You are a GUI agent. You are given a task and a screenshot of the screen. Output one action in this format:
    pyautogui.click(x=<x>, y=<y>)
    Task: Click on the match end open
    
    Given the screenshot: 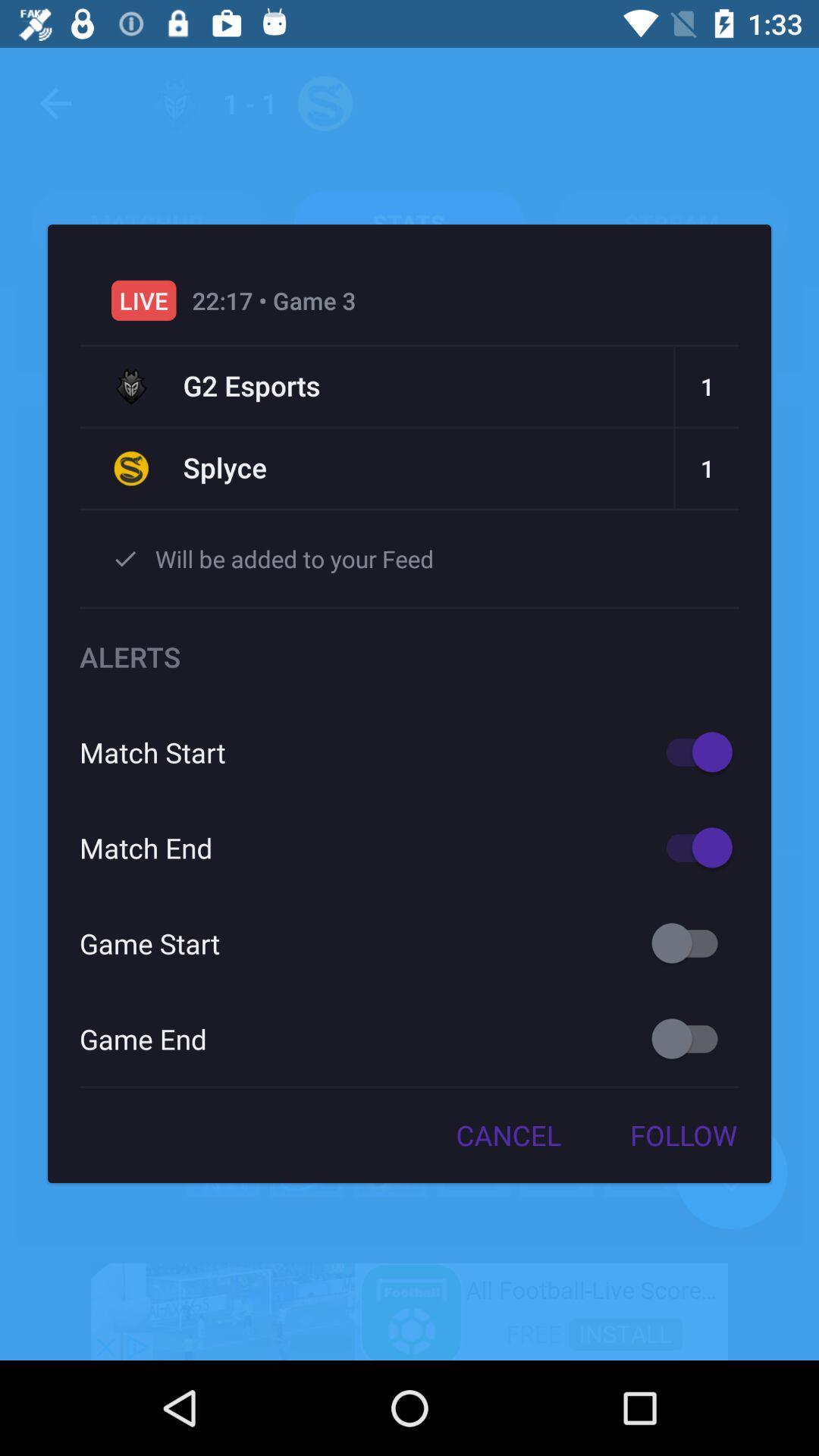 What is the action you would take?
    pyautogui.click(x=692, y=846)
    